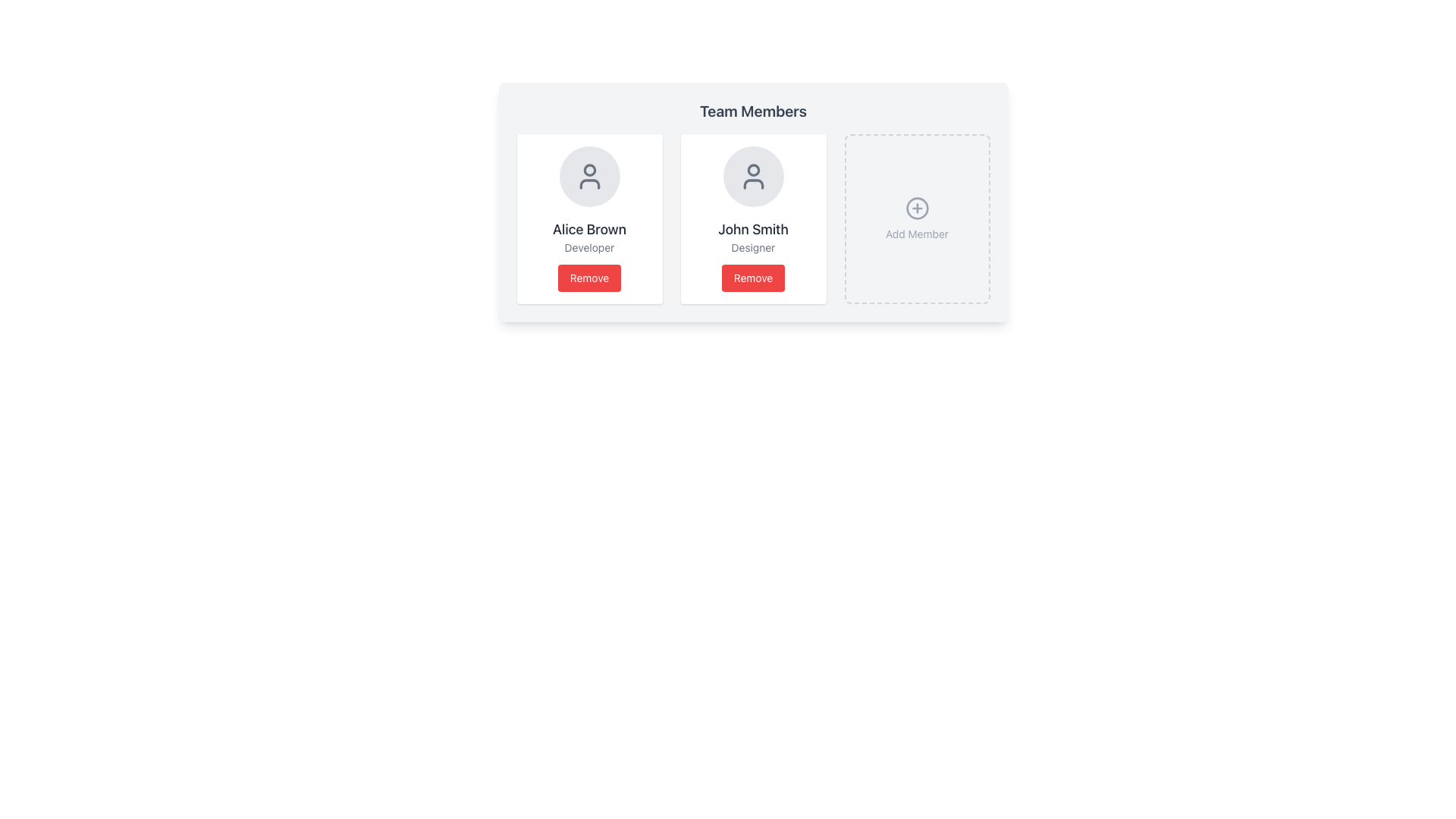  What do you see at coordinates (753, 219) in the screenshot?
I see `the user profile card which is centered in the second column of a three-column grid layout` at bounding box center [753, 219].